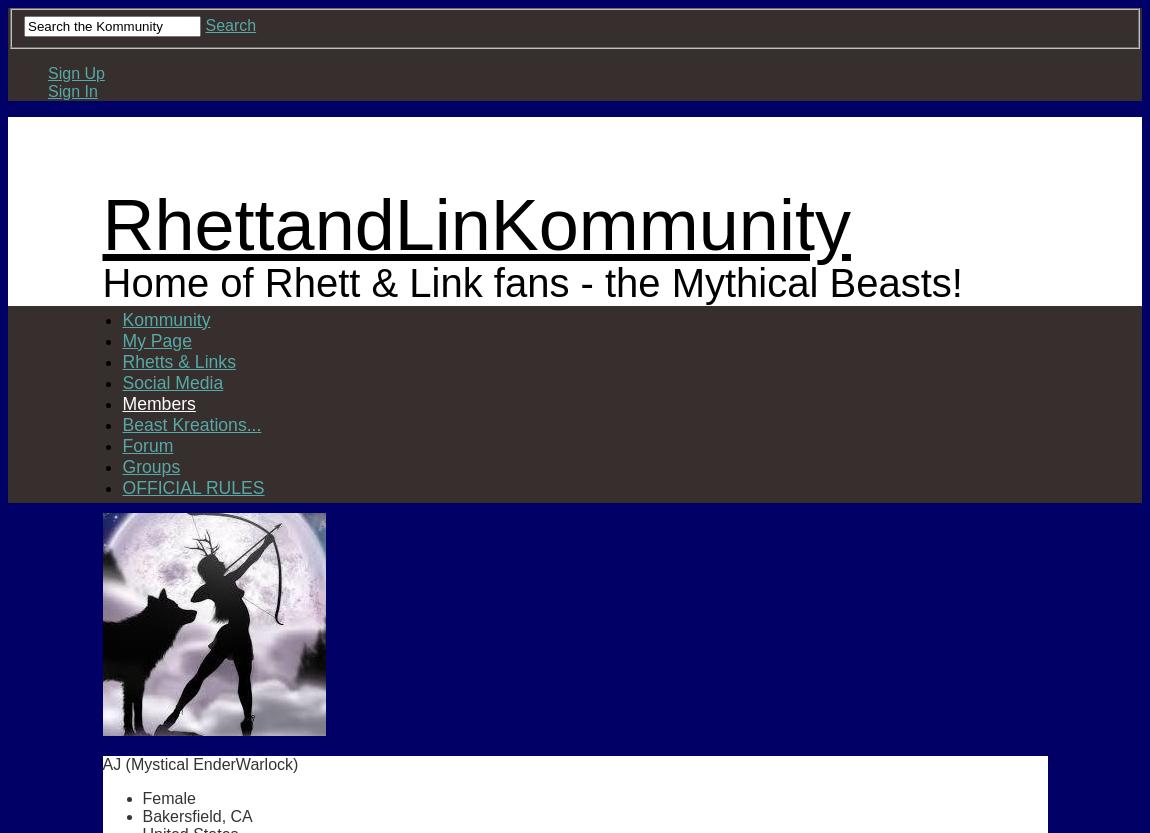 This screenshot has width=1150, height=833. What do you see at coordinates (171, 382) in the screenshot?
I see `'Social Media'` at bounding box center [171, 382].